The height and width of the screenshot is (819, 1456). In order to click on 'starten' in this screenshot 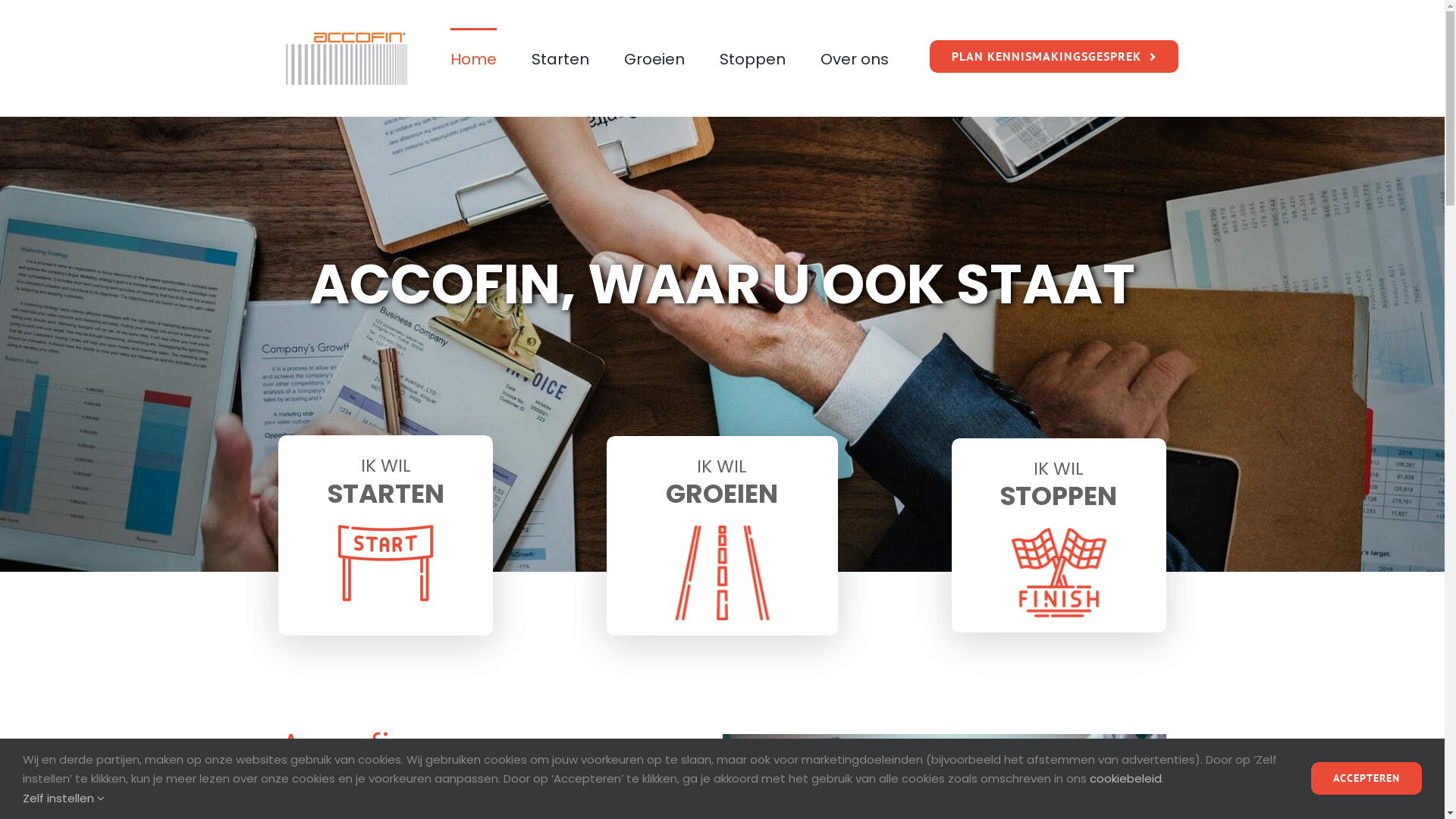, I will do `click(337, 563)`.